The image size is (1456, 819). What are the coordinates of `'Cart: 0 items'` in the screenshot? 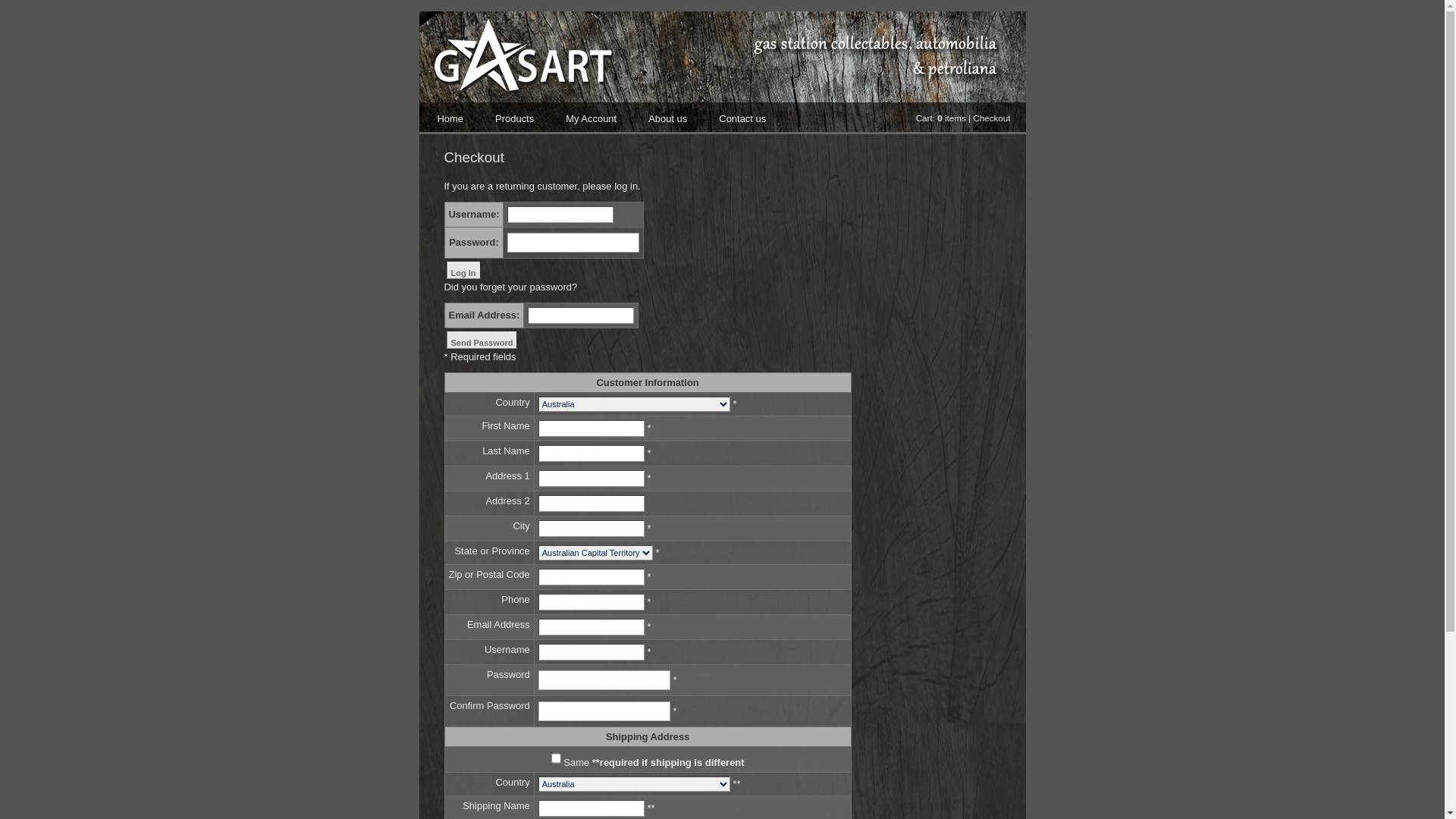 It's located at (940, 117).